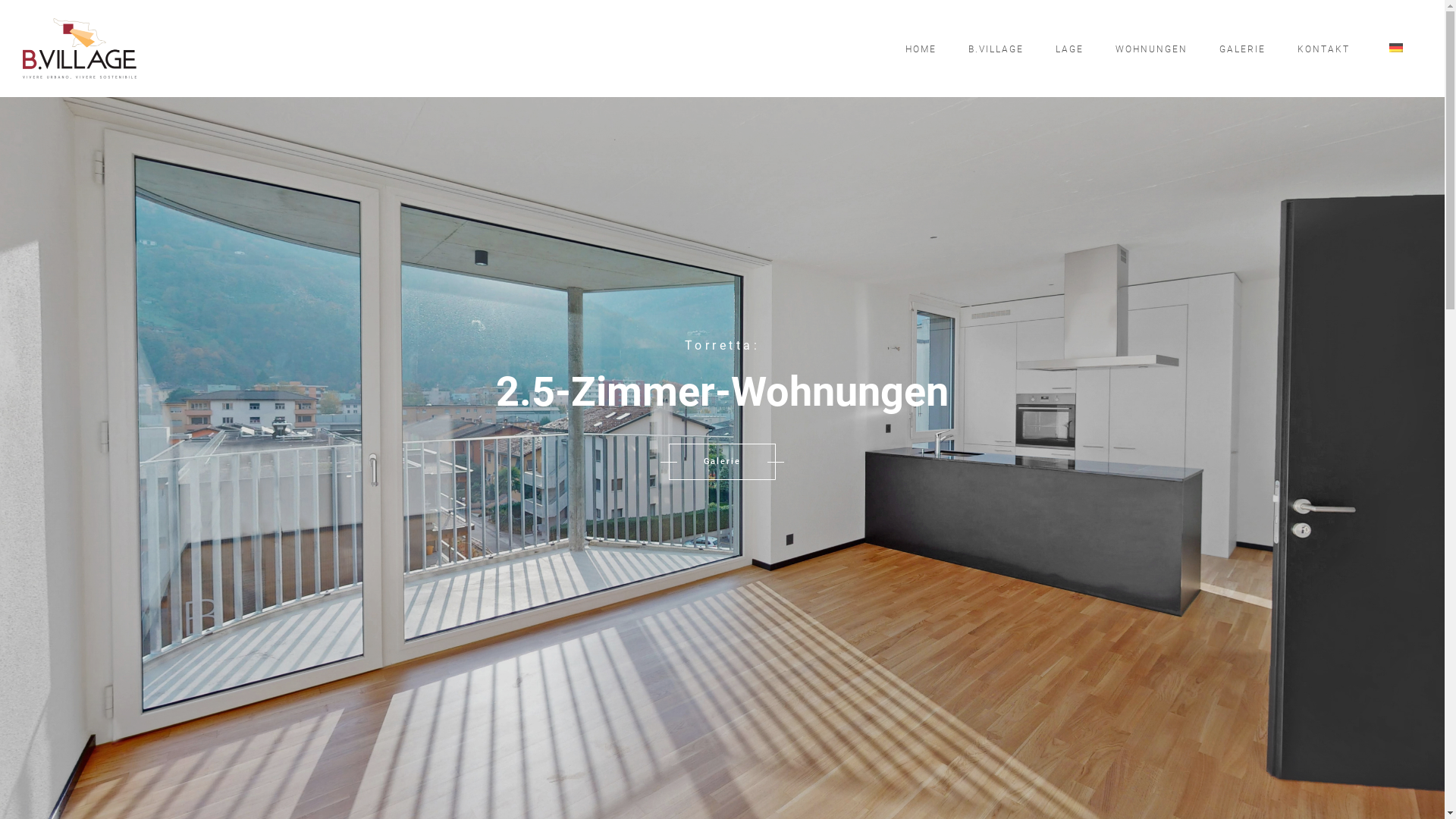 This screenshot has width=1456, height=819. Describe the element at coordinates (996, 49) in the screenshot. I see `'B.VILLAGE'` at that location.